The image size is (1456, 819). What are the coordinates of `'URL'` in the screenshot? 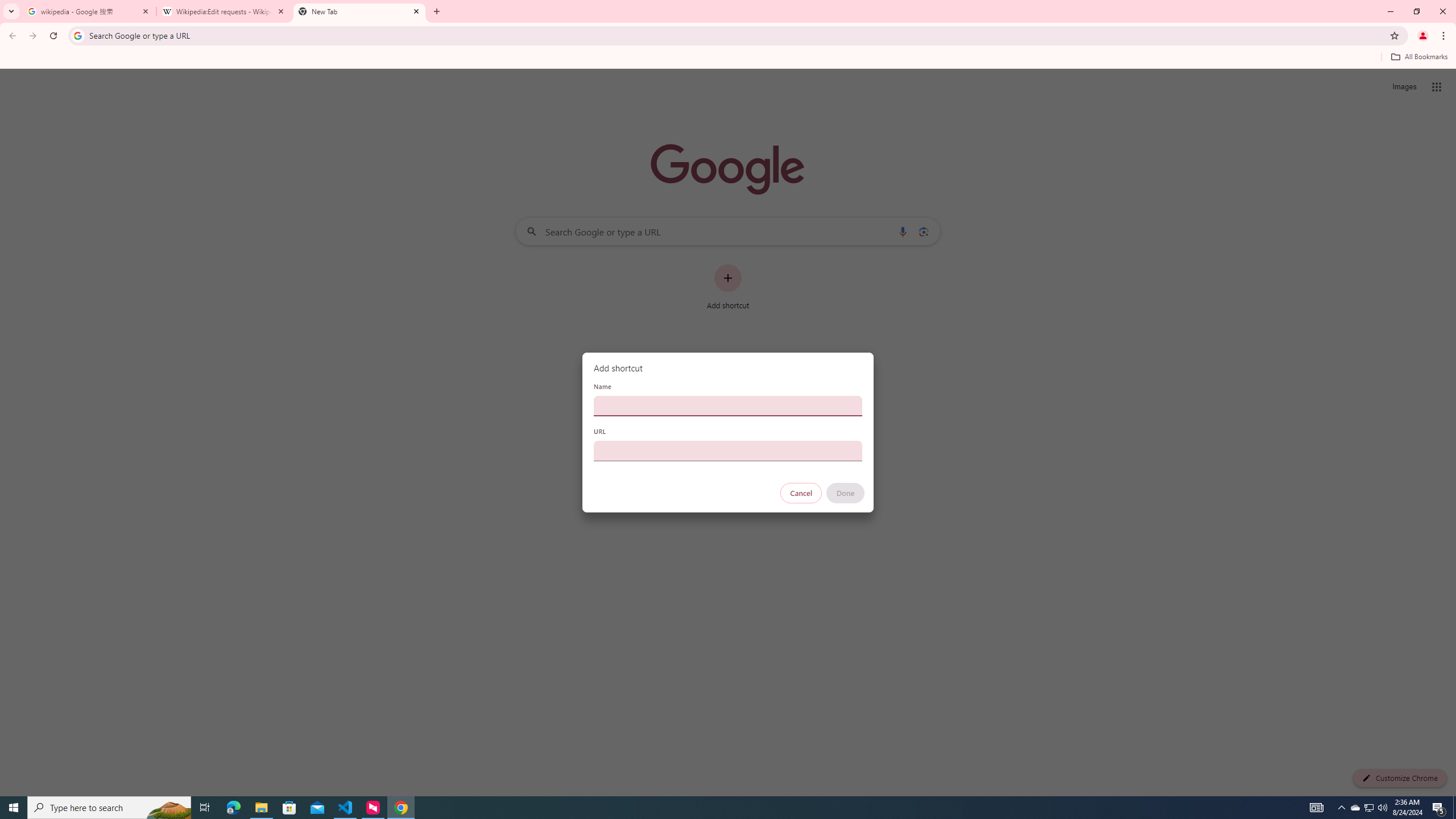 It's located at (728, 450).